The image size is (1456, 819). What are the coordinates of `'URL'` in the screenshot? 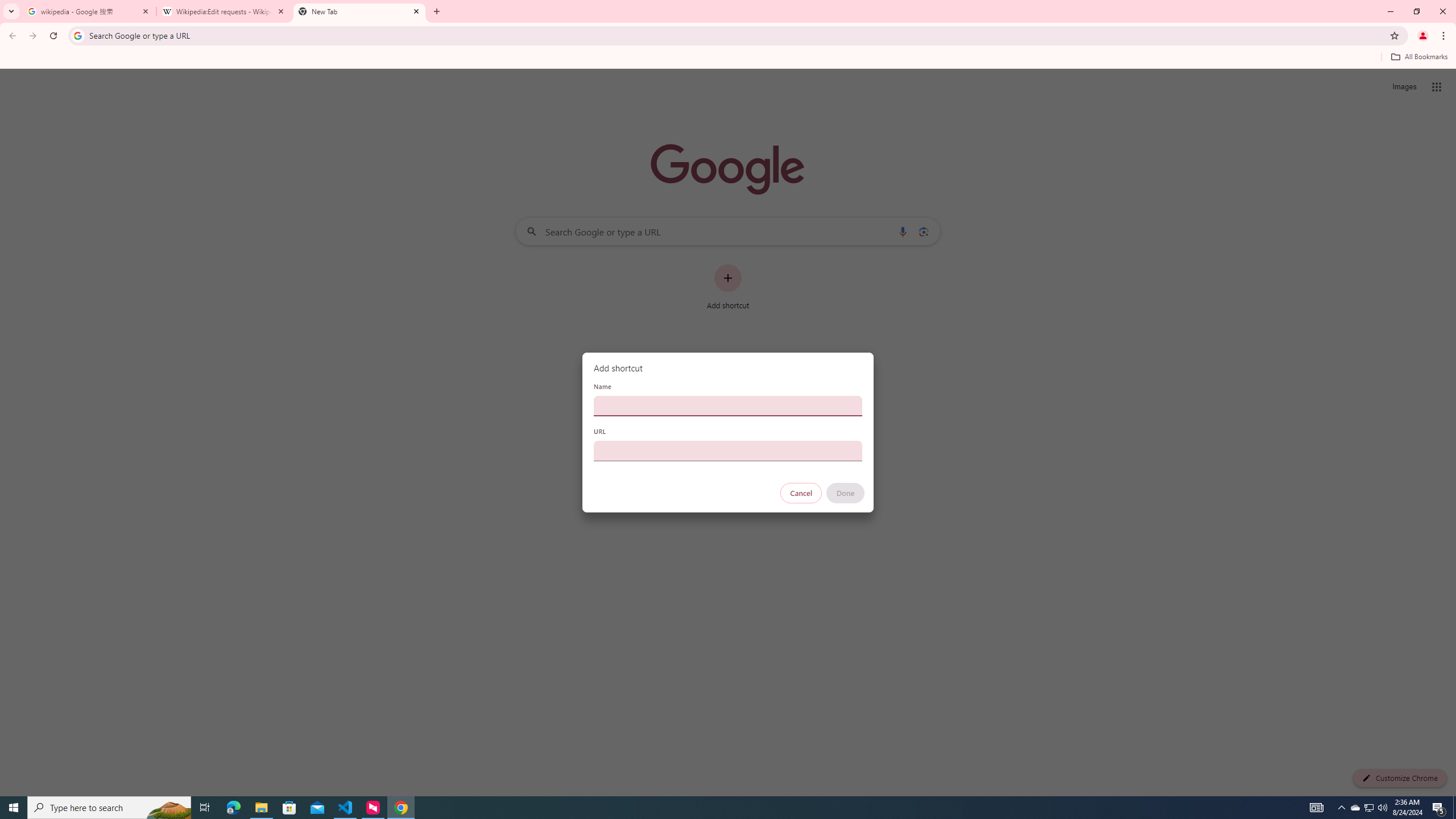 It's located at (728, 450).